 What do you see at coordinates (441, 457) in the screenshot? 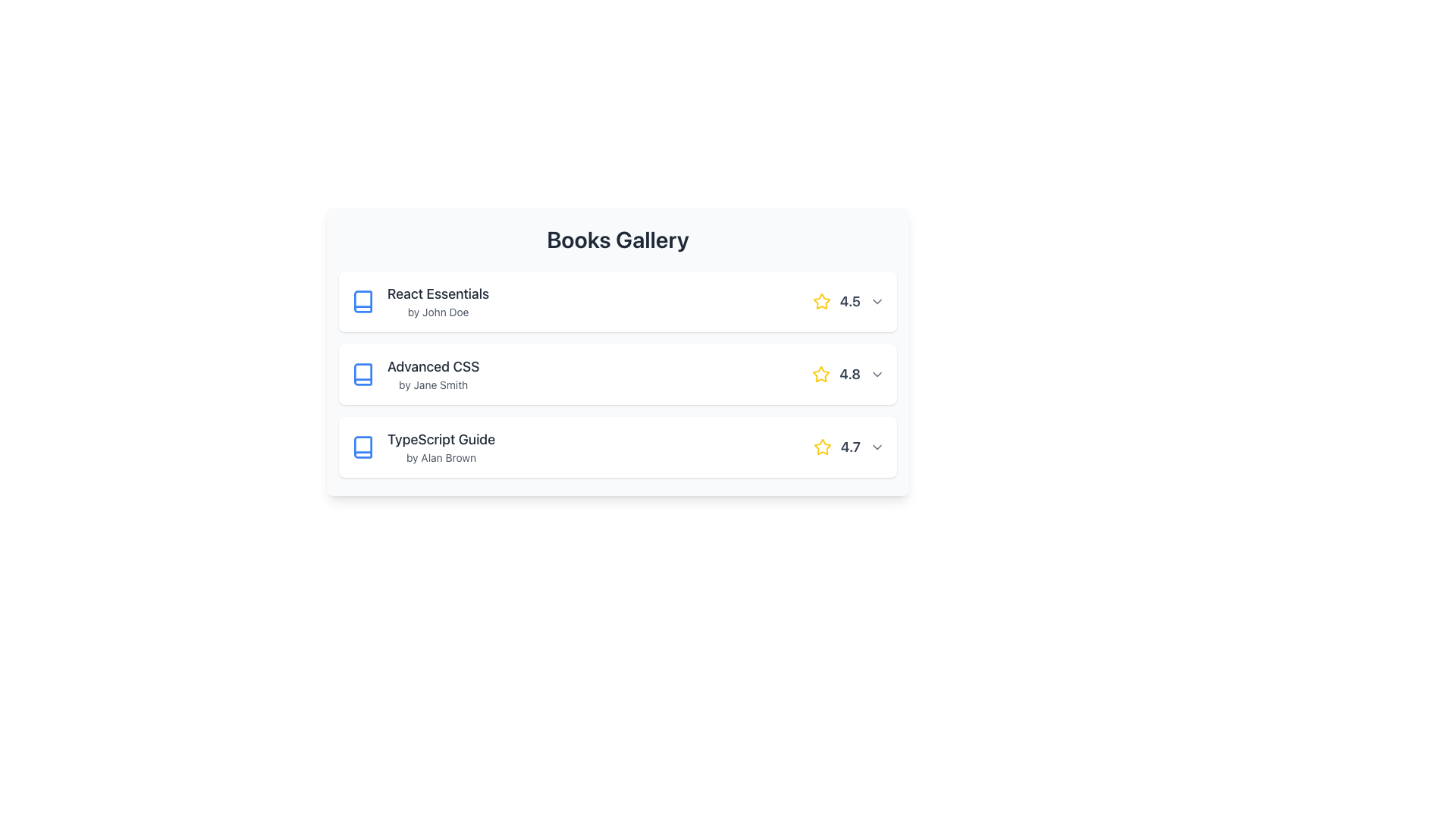
I see `the static label text element that reads 'by Alan Brown', which is located beneath the title 'TypeScript Guide' in the third card of a vertically stacked list` at bounding box center [441, 457].